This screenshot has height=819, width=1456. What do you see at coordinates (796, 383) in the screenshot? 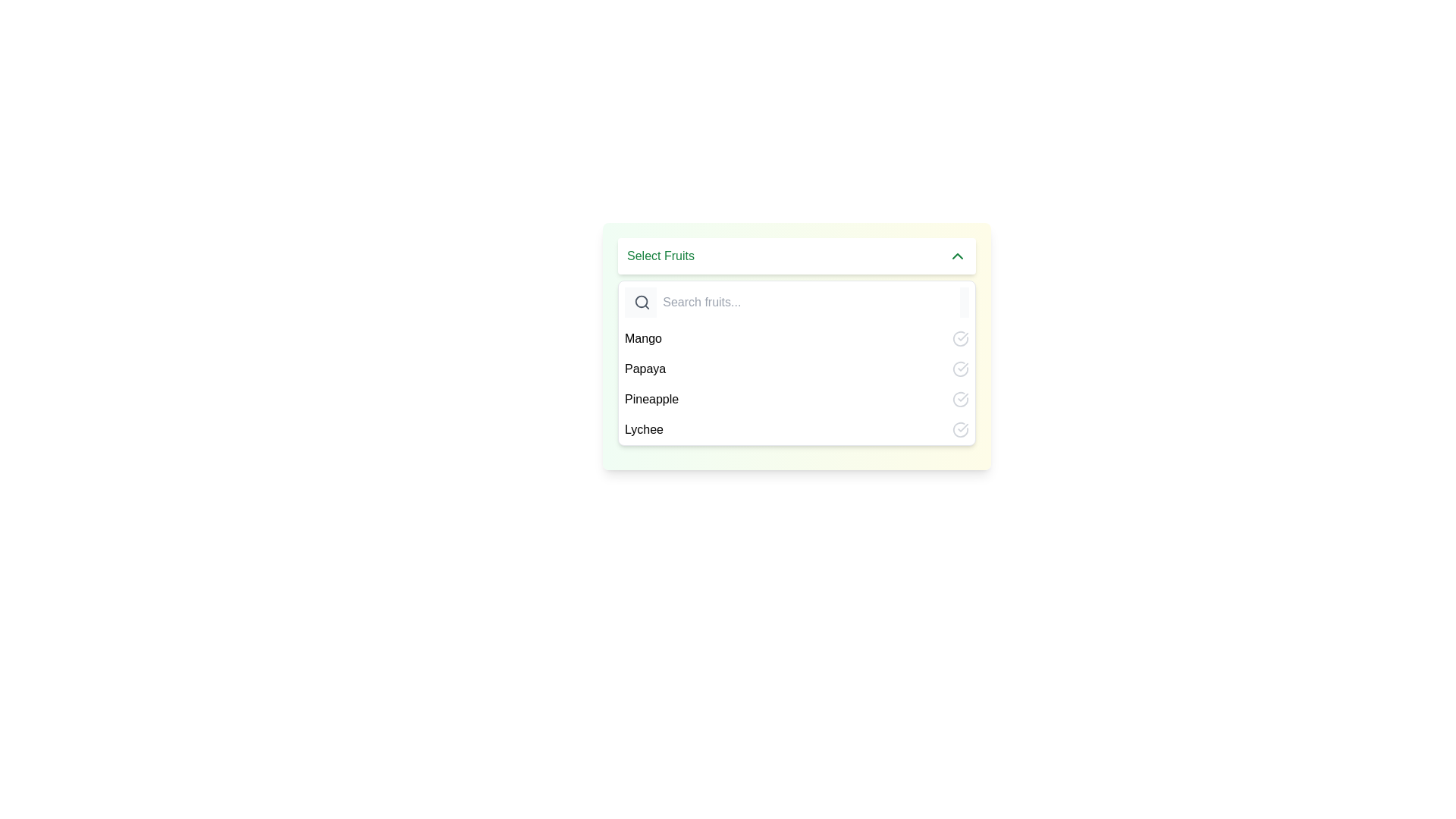
I see `the third list item in the dropdown that highlights the entry 'Pineapple', which is positioned under the search input field and follows 'Papaya'` at bounding box center [796, 383].